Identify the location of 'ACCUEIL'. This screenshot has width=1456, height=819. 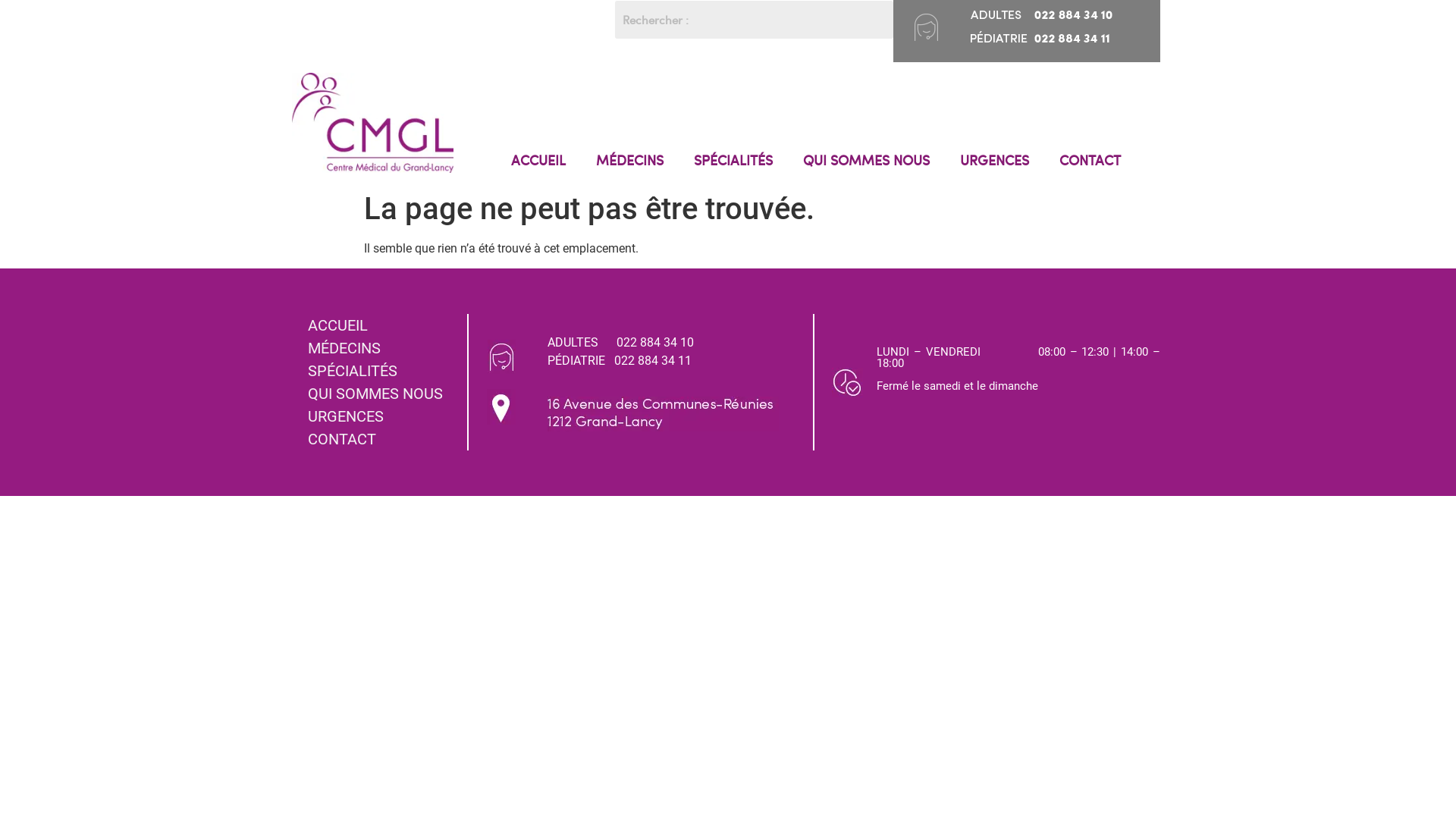
(538, 160).